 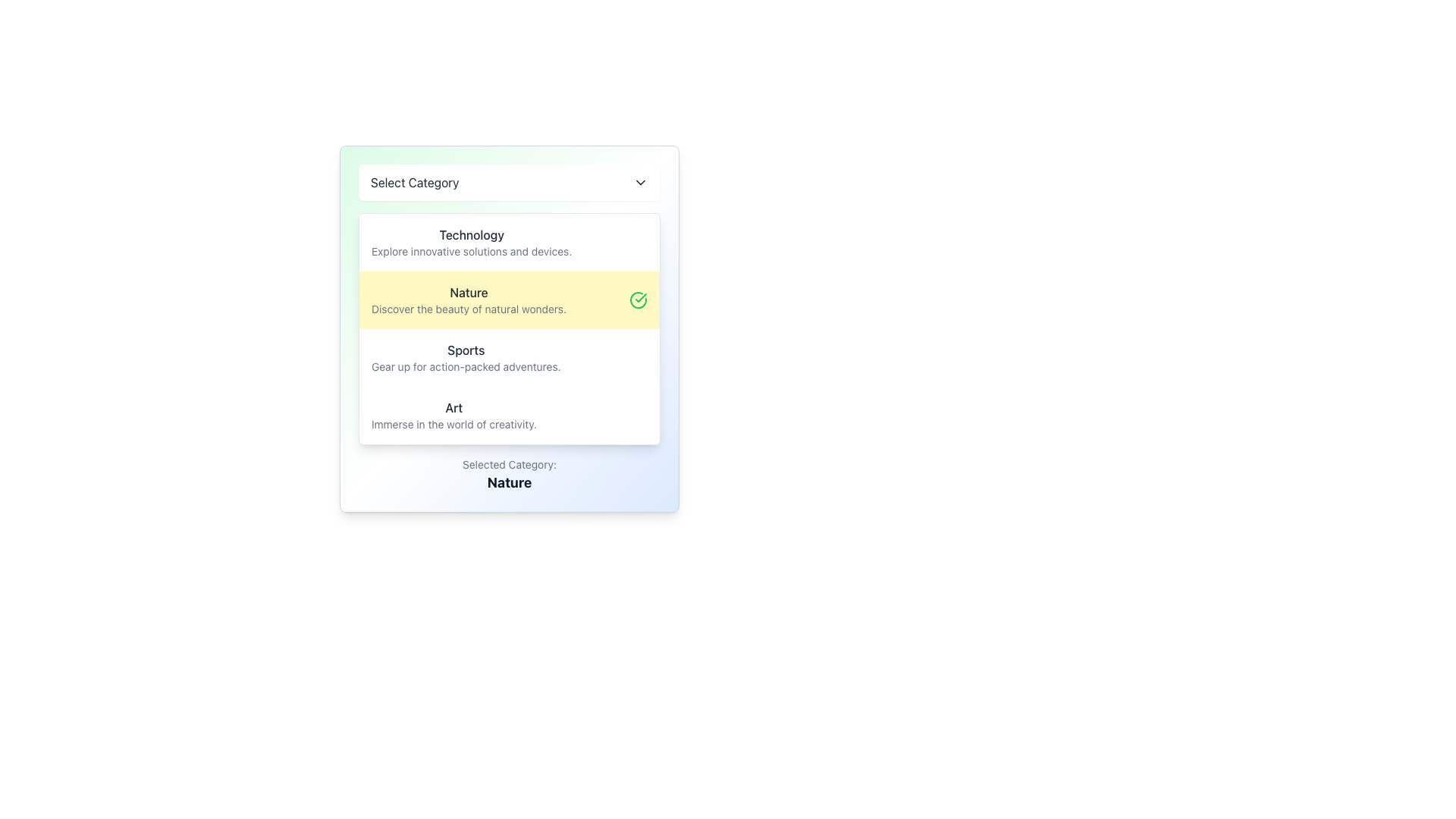 What do you see at coordinates (640, 181) in the screenshot?
I see `the chevron icon located on the far right side of the 'Select Category' button` at bounding box center [640, 181].